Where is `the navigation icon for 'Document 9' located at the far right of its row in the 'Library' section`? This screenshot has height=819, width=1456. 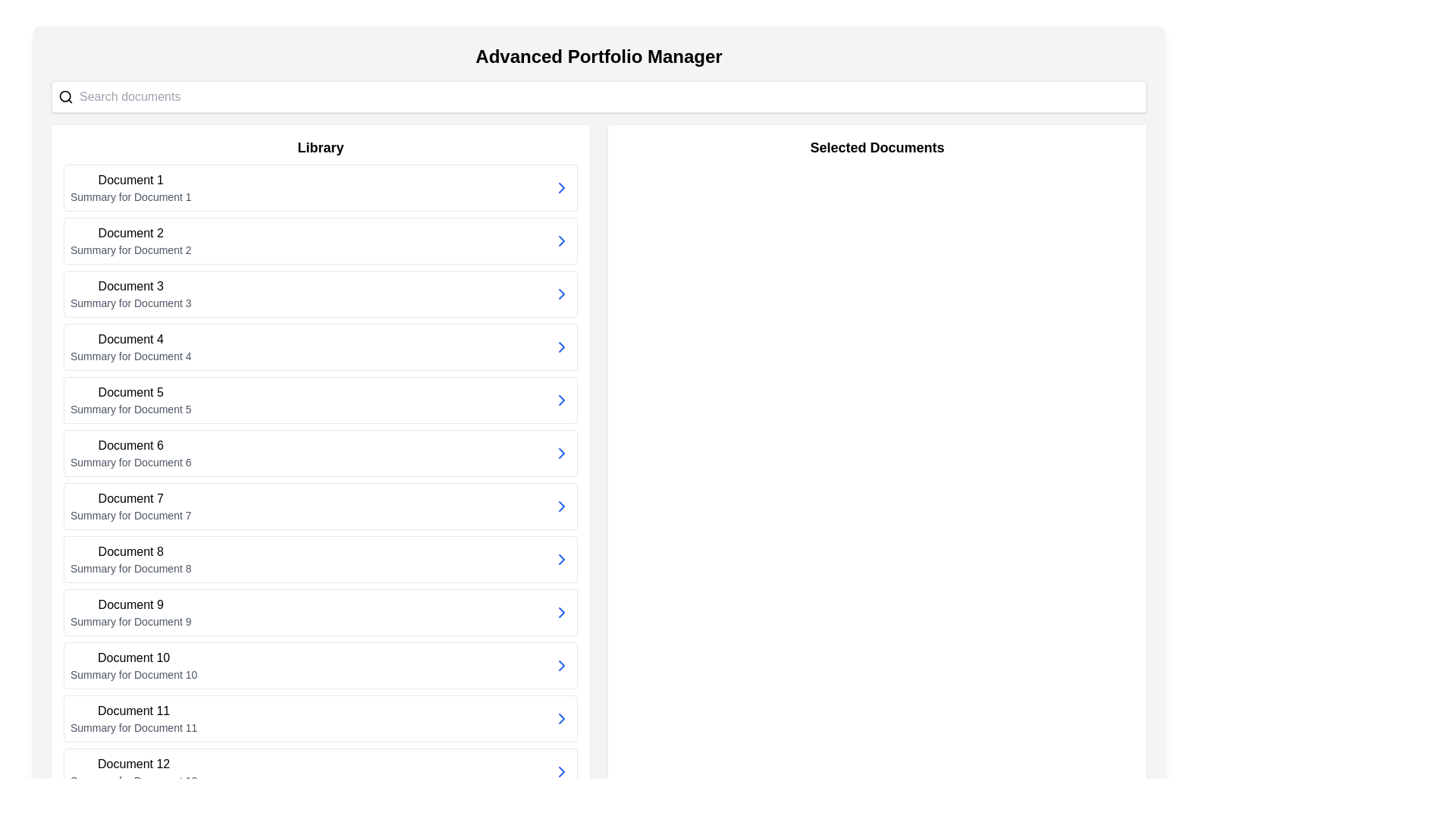 the navigation icon for 'Document 9' located at the far right of its row in the 'Library' section is located at coordinates (560, 559).